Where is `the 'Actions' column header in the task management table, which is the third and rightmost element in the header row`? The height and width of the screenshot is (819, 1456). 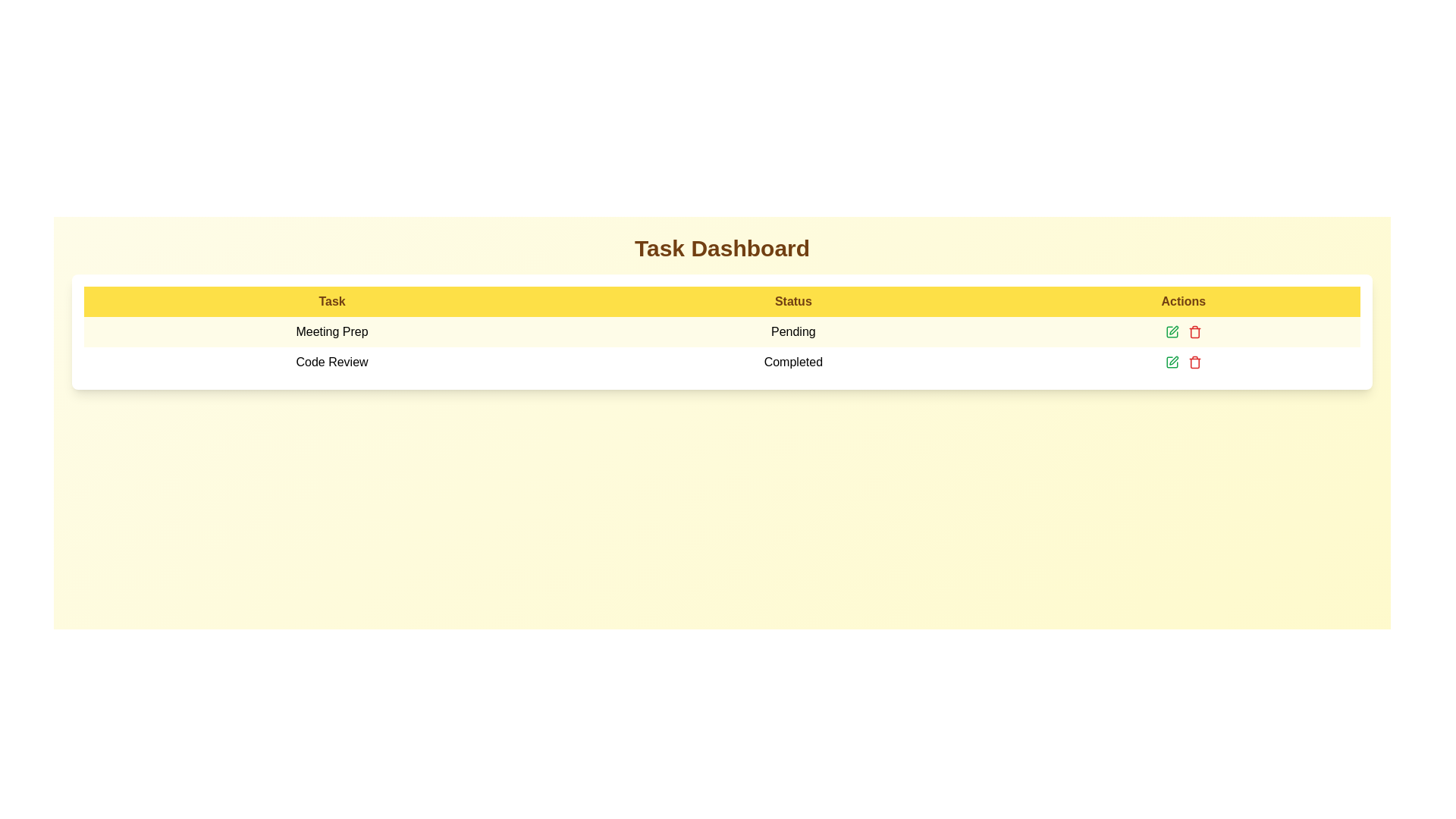 the 'Actions' column header in the task management table, which is the third and rightmost element in the header row is located at coordinates (1182, 301).